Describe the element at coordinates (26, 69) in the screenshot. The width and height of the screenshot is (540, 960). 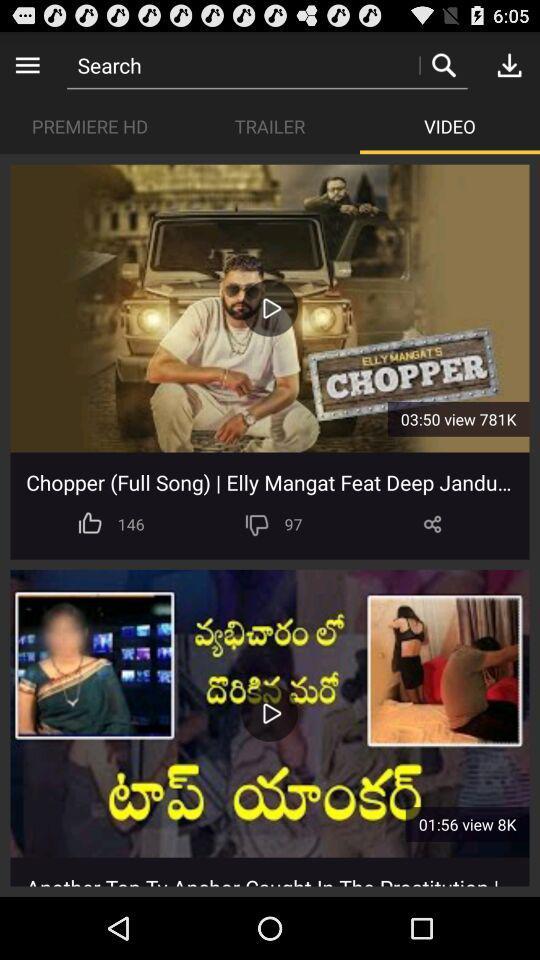
I see `the menu icon` at that location.